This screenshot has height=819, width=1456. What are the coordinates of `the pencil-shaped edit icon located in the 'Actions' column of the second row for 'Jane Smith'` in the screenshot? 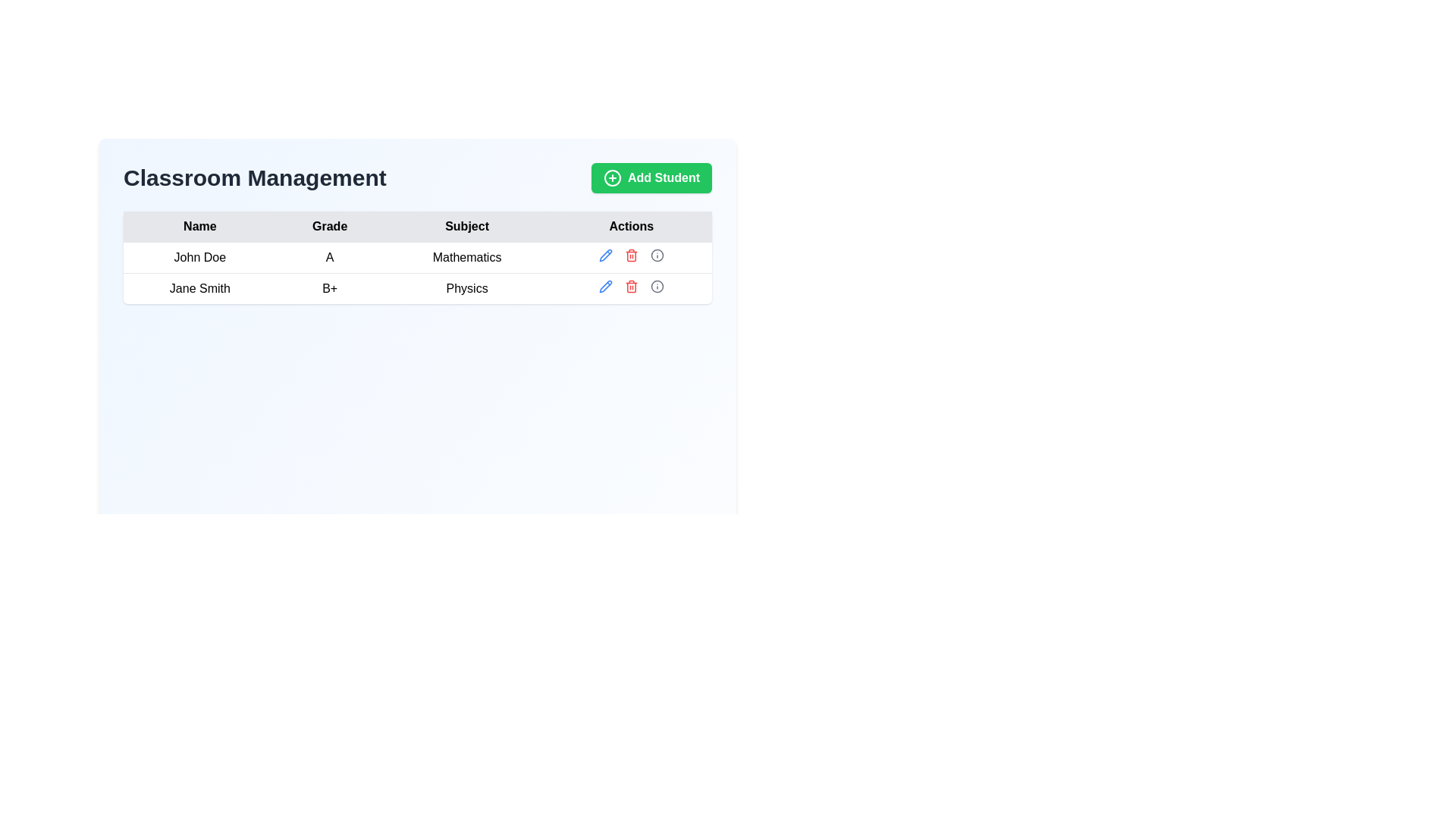 It's located at (604, 254).